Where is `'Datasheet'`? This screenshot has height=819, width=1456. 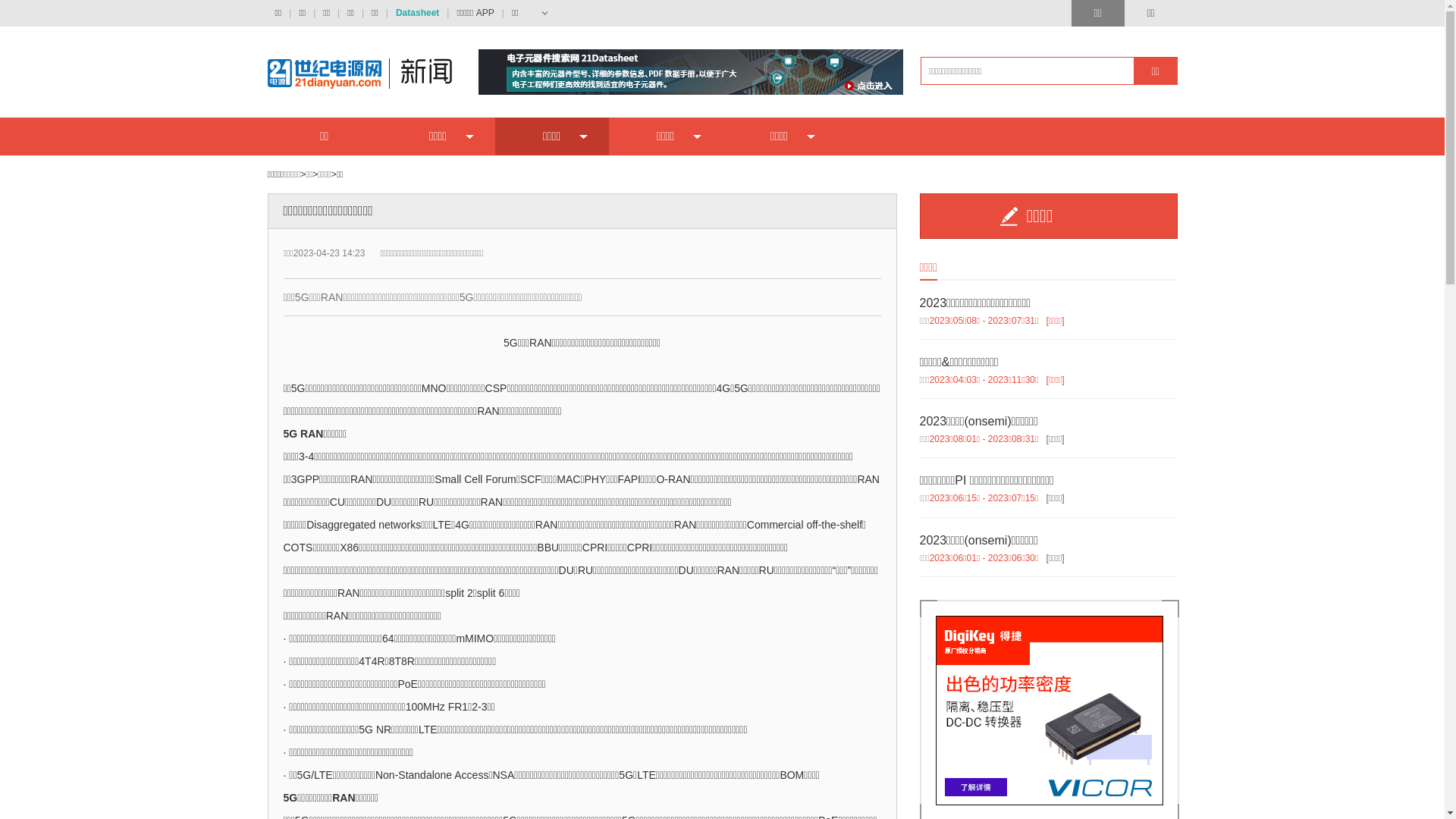
'Datasheet' is located at coordinates (388, 13).